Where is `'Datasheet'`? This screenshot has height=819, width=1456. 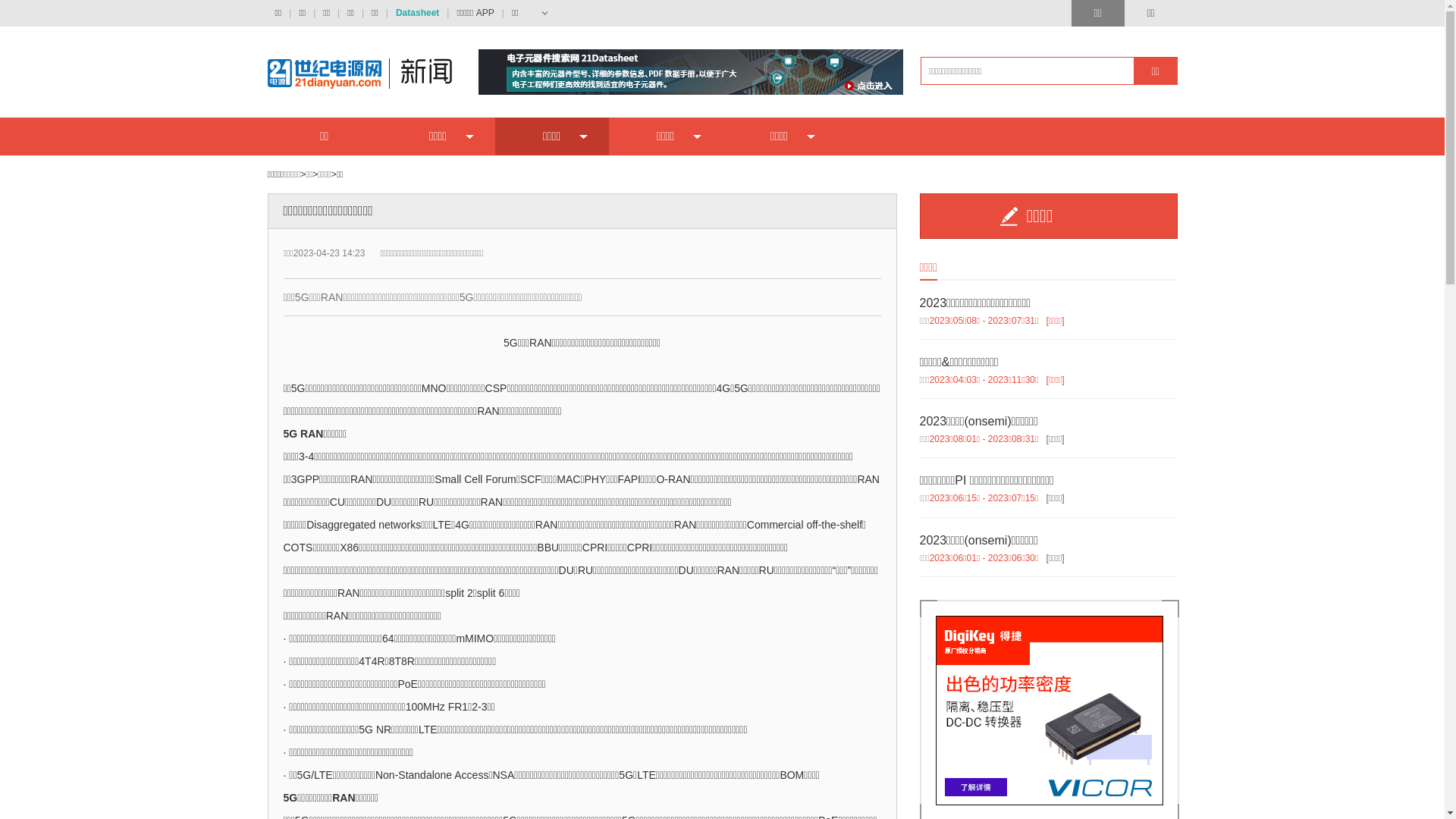
'Datasheet' is located at coordinates (388, 13).